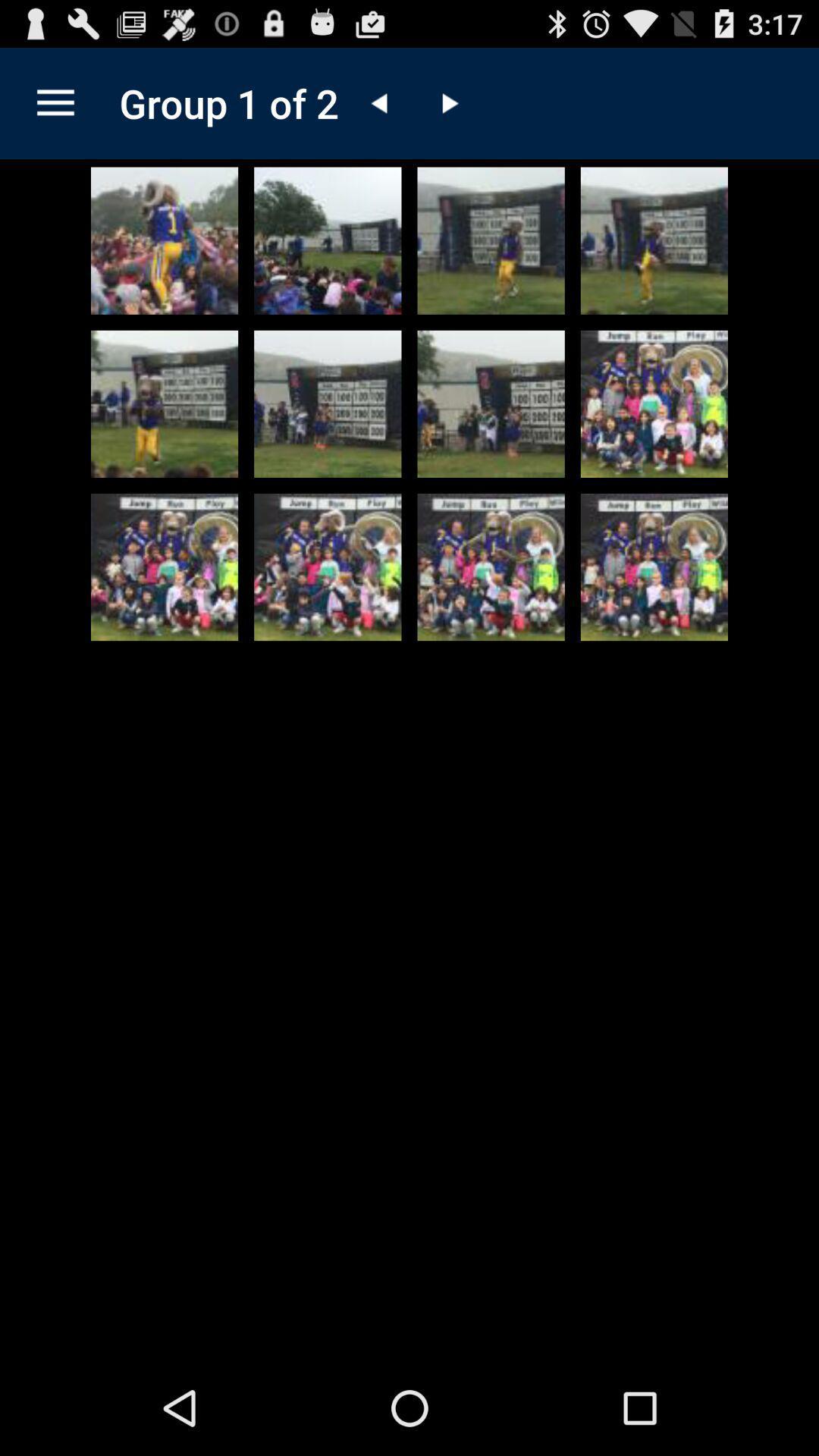  What do you see at coordinates (55, 102) in the screenshot?
I see `the item next to the group 1 of` at bounding box center [55, 102].